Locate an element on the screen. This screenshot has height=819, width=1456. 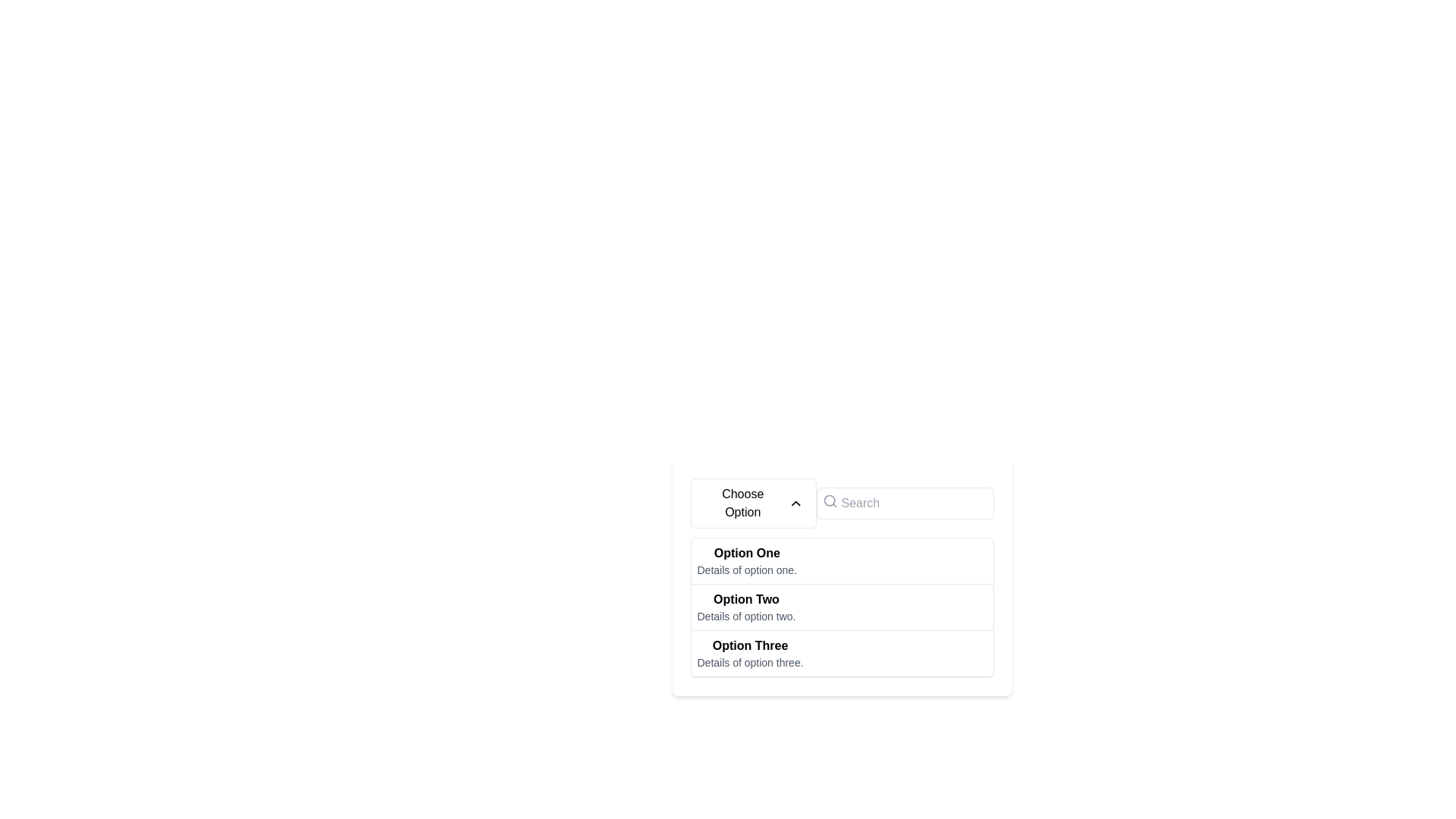
the text label that displays 'Details of option one.', which is styled in a small gray font and located directly under the bold title 'Option One' in the dropdown options list is located at coordinates (747, 570).